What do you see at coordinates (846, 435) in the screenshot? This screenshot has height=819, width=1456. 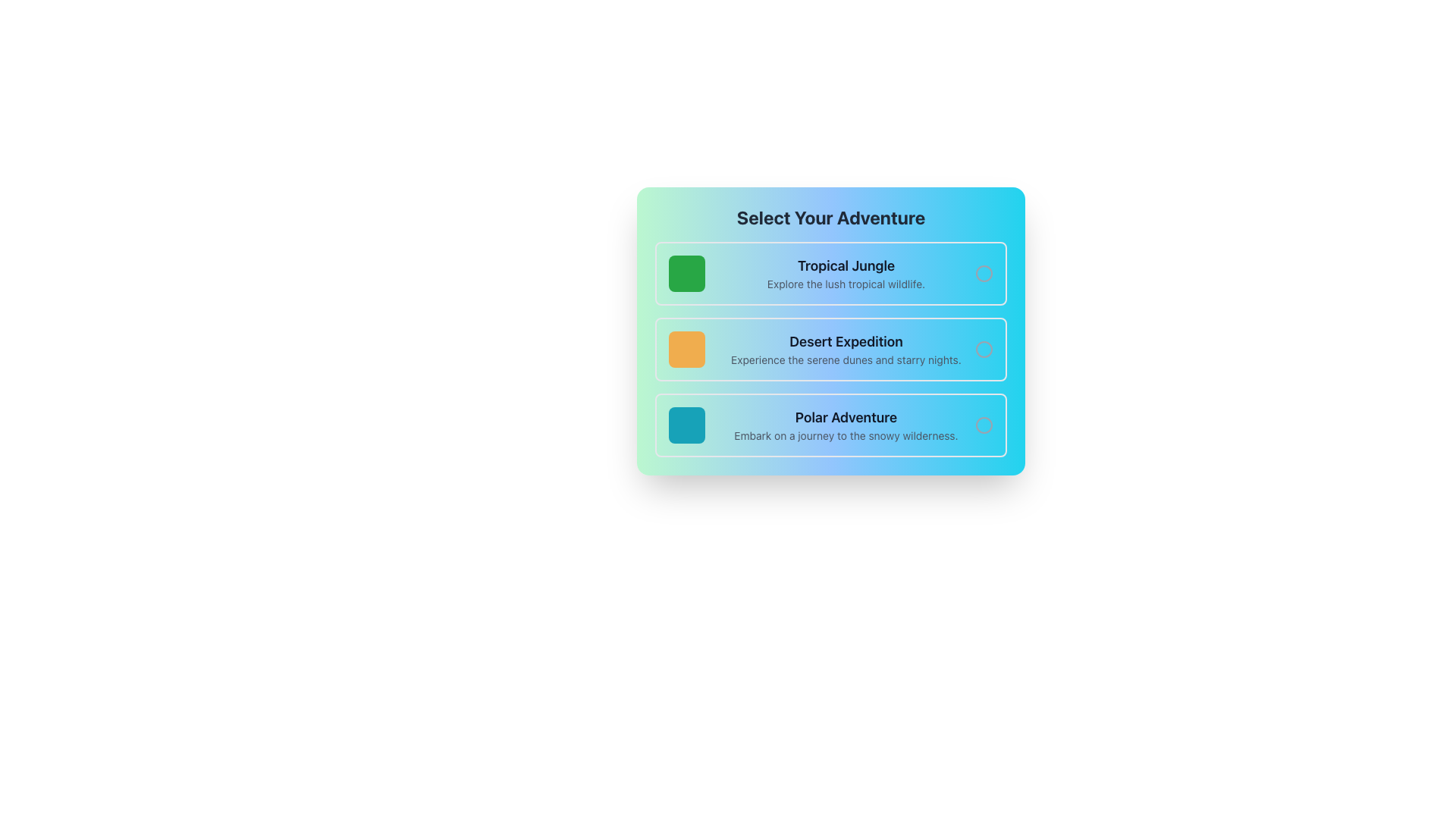 I see `descriptive subtitle or tagline for the 'Polar Adventure' option, located below the title within the 'Select Your Adventure' card` at bounding box center [846, 435].